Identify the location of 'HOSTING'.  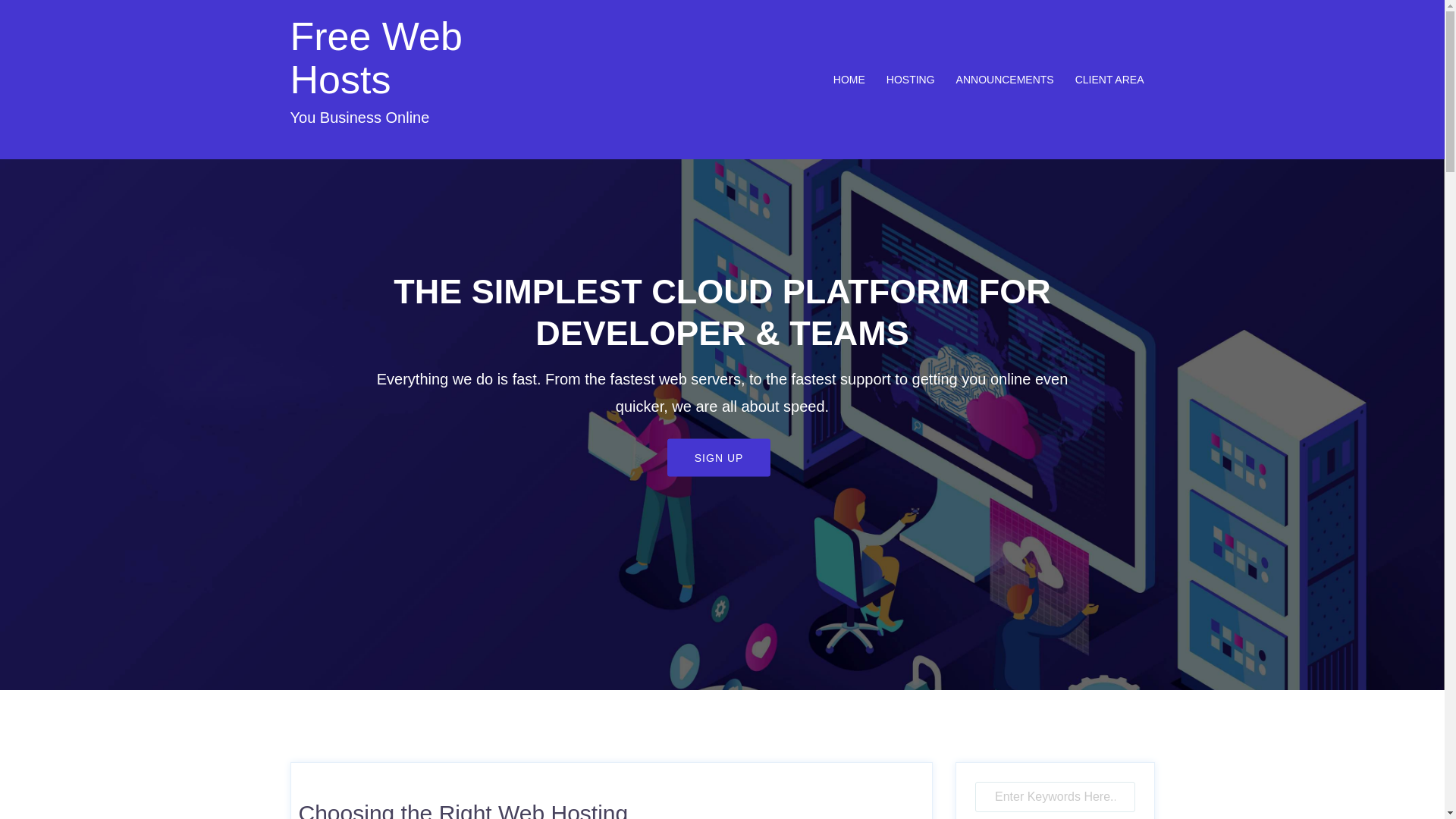
(910, 80).